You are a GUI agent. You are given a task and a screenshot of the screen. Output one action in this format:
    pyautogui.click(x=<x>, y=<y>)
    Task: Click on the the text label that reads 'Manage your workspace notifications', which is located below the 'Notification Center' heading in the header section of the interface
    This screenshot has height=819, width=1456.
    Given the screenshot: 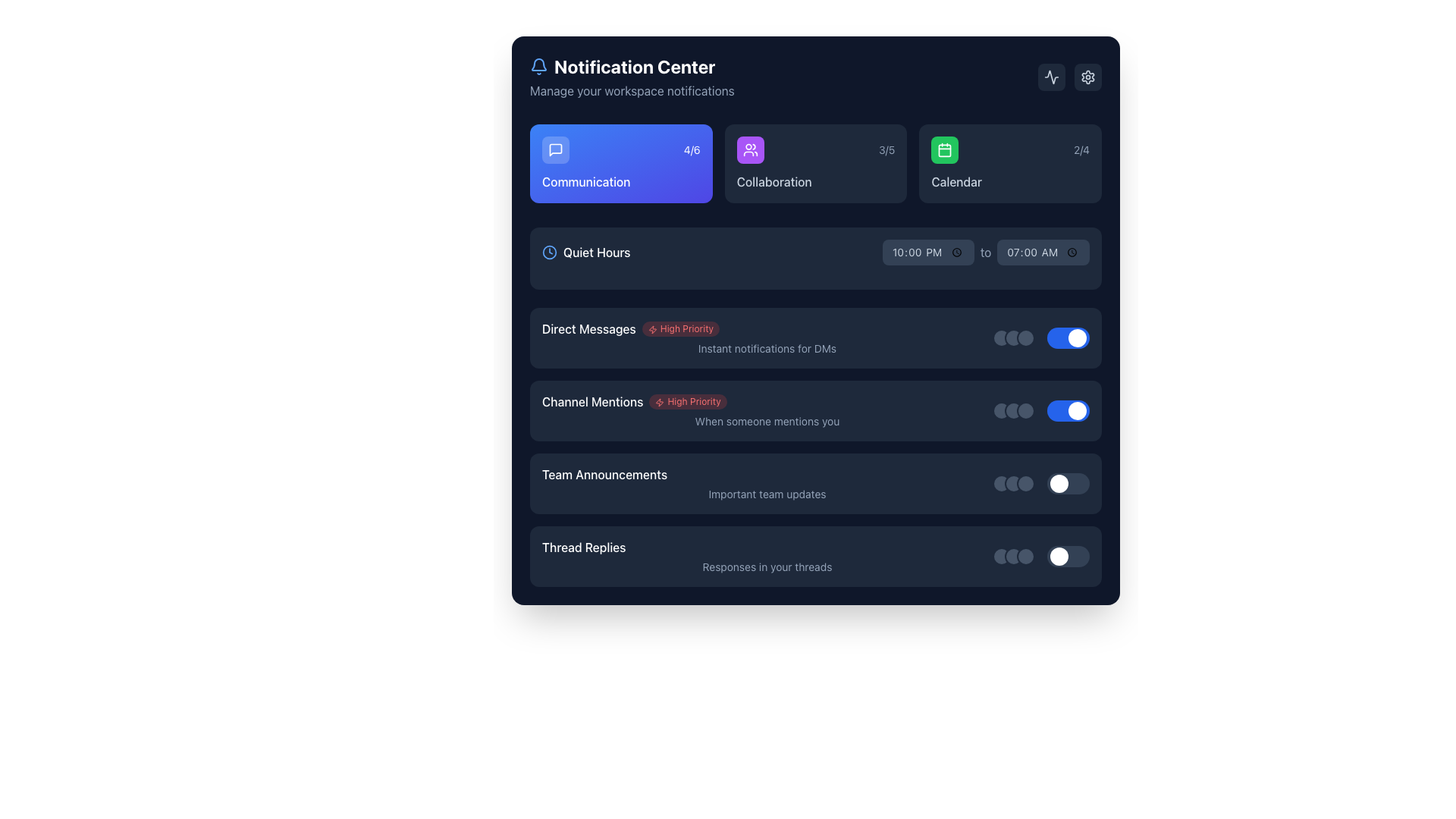 What is the action you would take?
    pyautogui.click(x=632, y=90)
    